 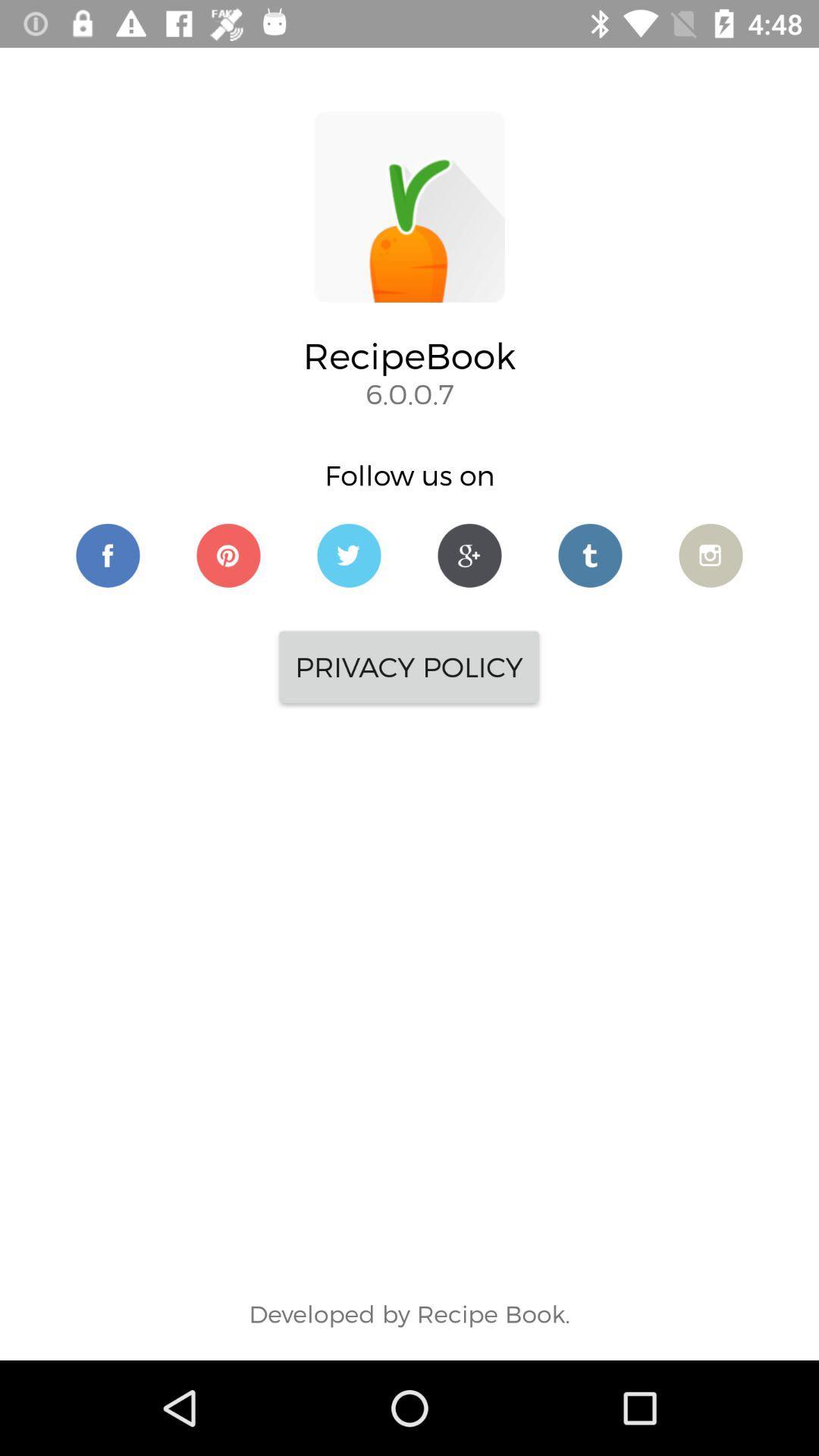 I want to click on to google, so click(x=469, y=554).